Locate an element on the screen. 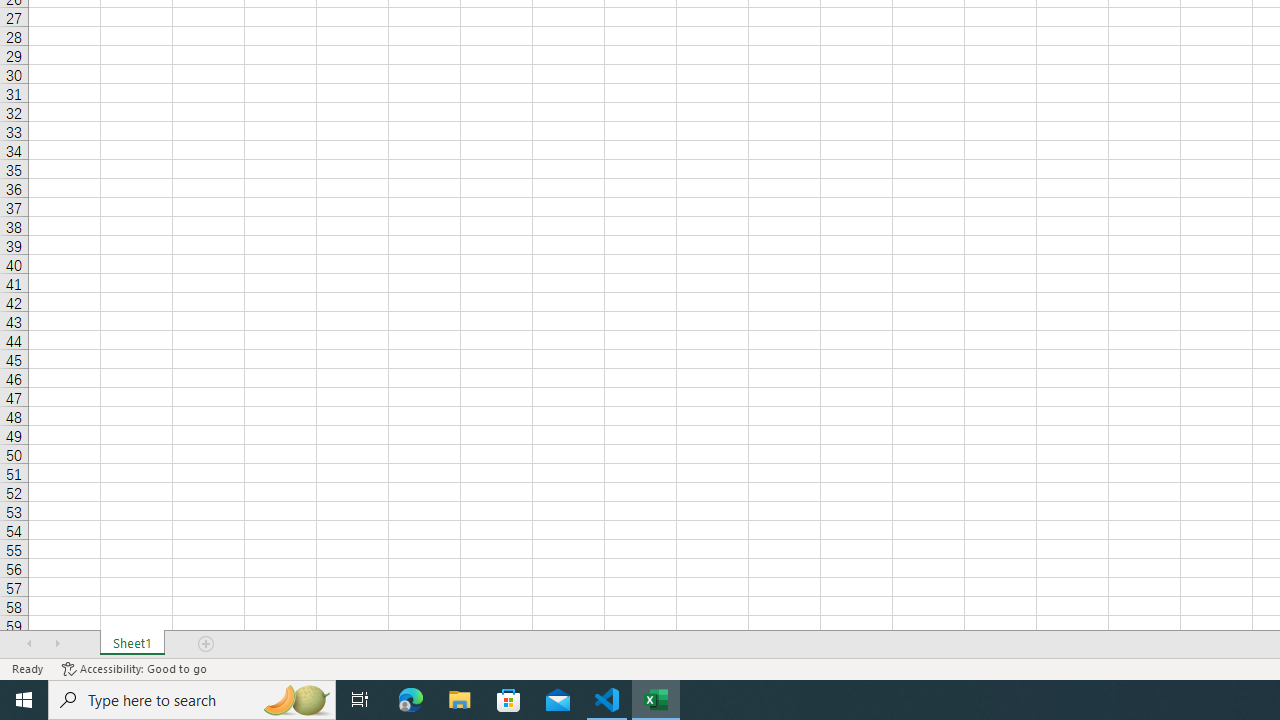  'Scroll Right' is located at coordinates (57, 644).